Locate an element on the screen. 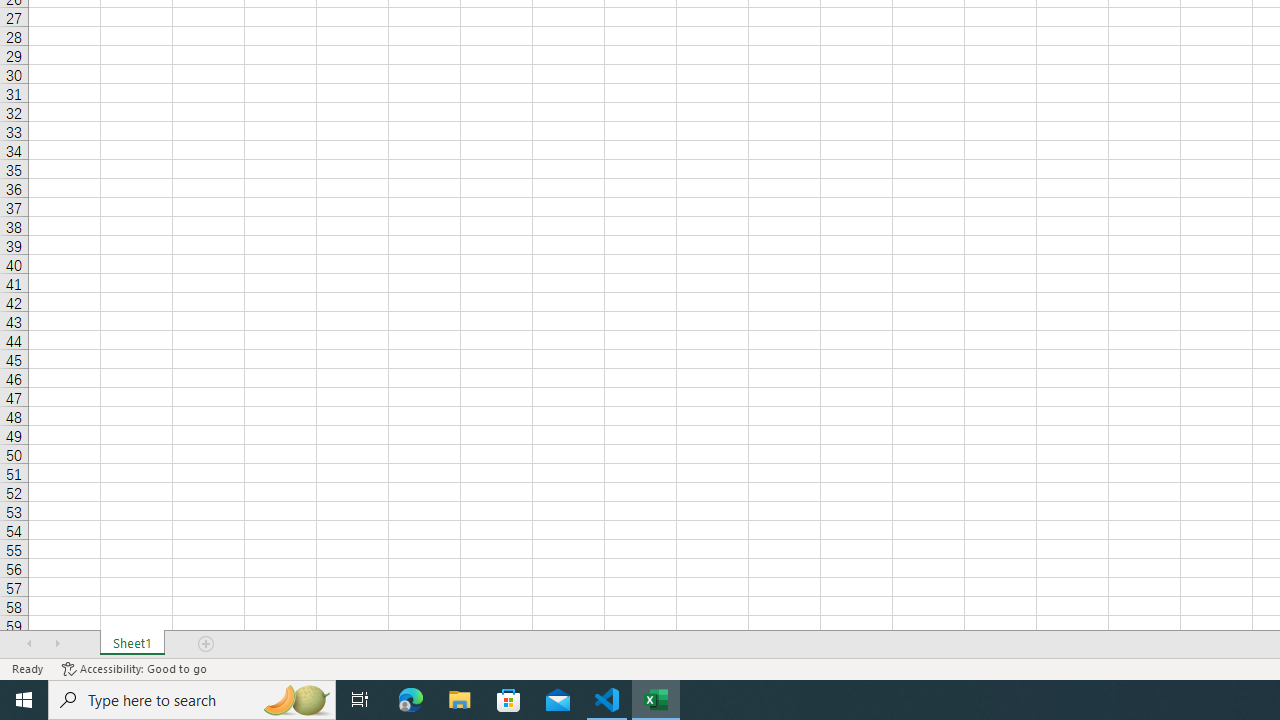  'Scroll Right' is located at coordinates (57, 644).